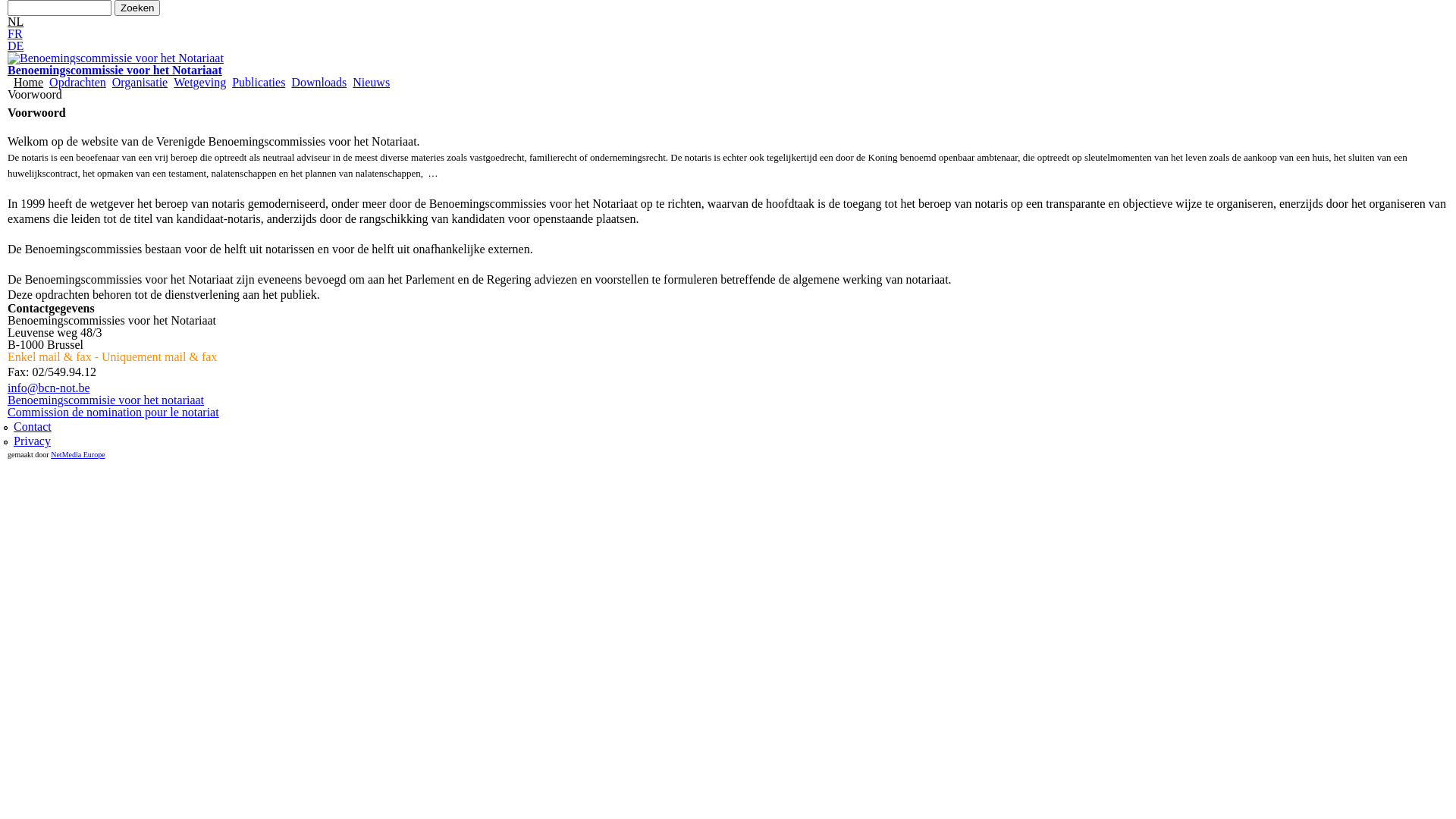 This screenshot has height=819, width=1456. I want to click on 'NetMedia Europe', so click(77, 453).